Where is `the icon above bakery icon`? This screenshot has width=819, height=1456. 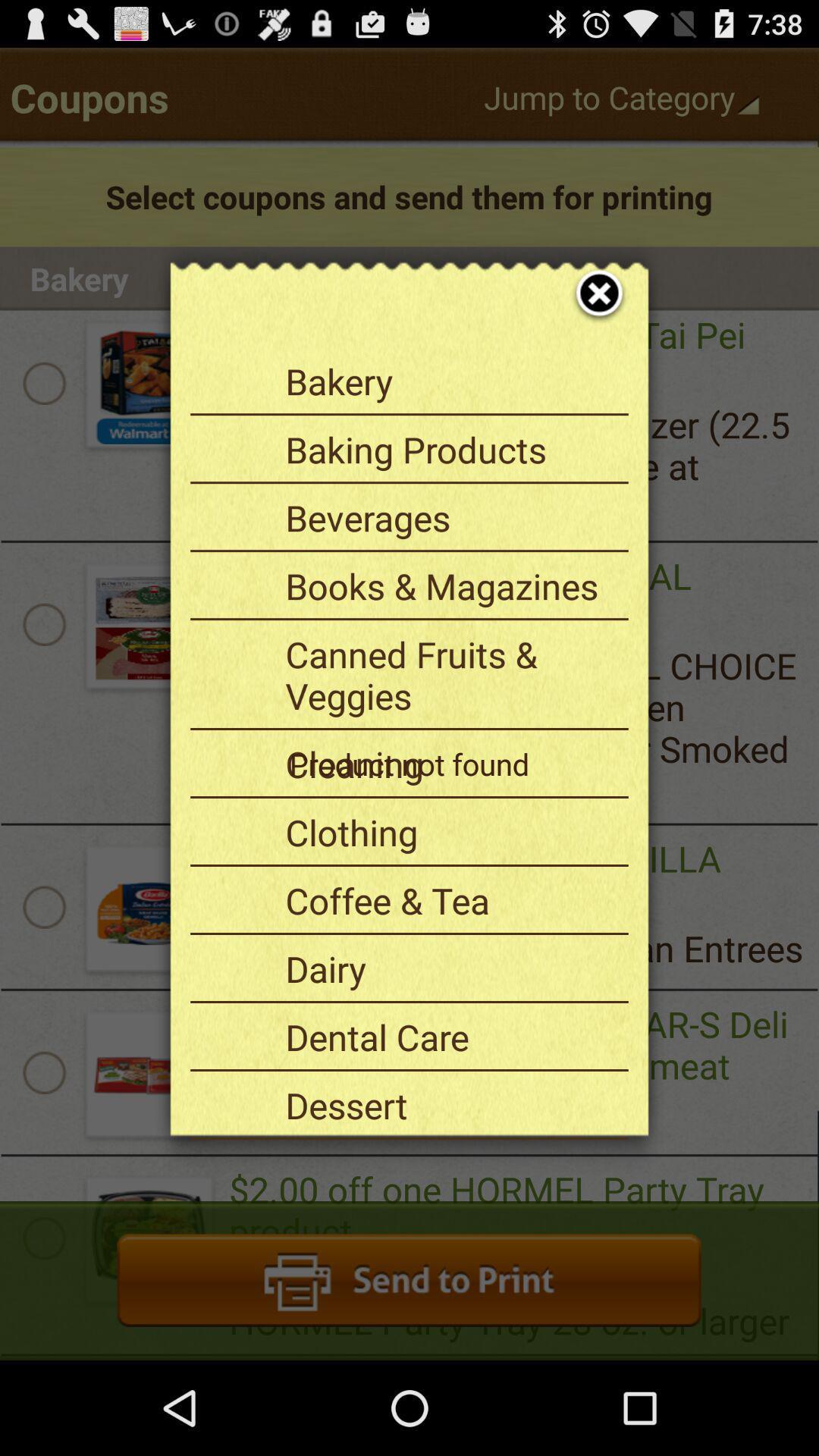
the icon above bakery icon is located at coordinates (588, 276).